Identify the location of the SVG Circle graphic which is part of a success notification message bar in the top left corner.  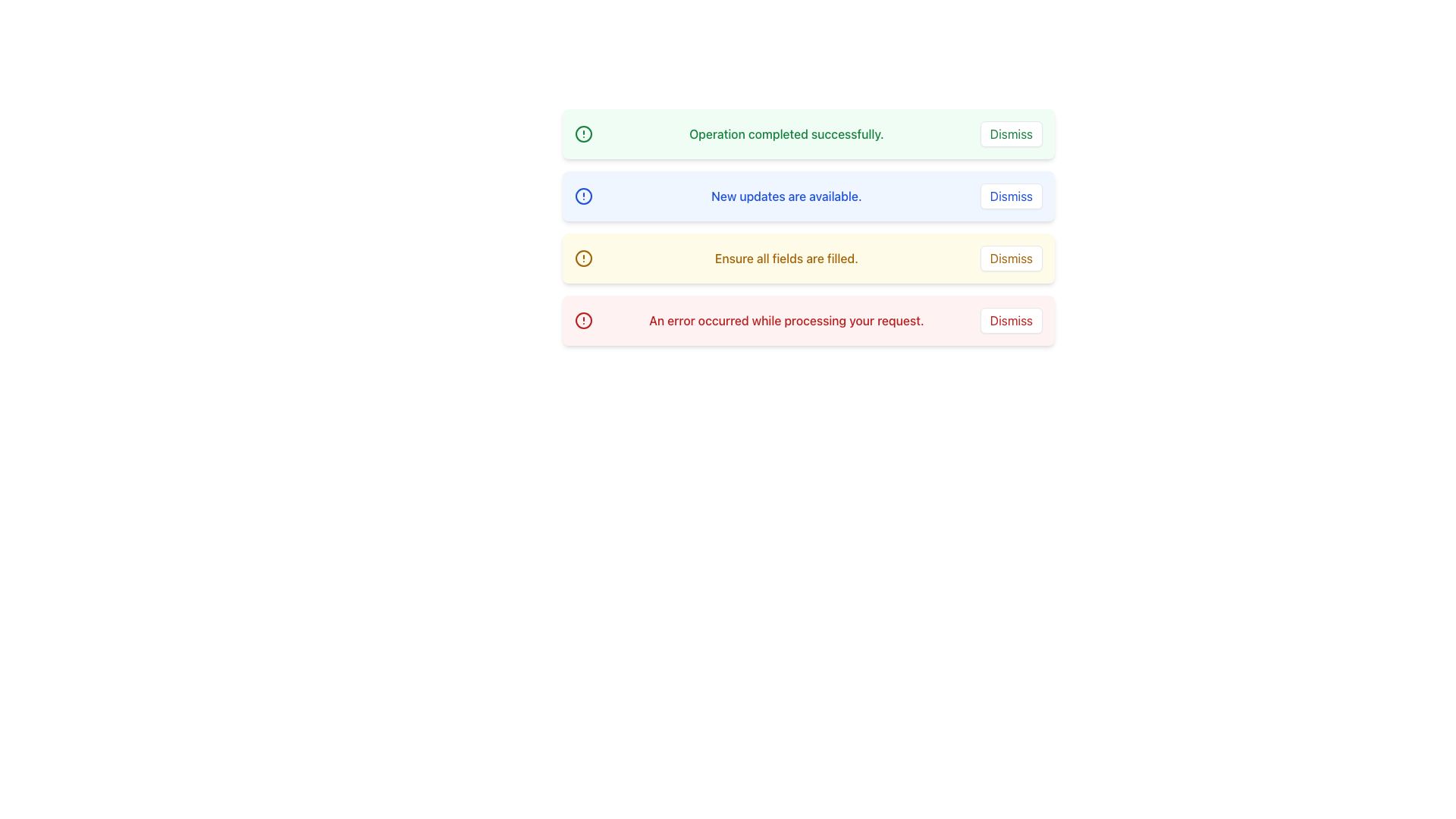
(582, 133).